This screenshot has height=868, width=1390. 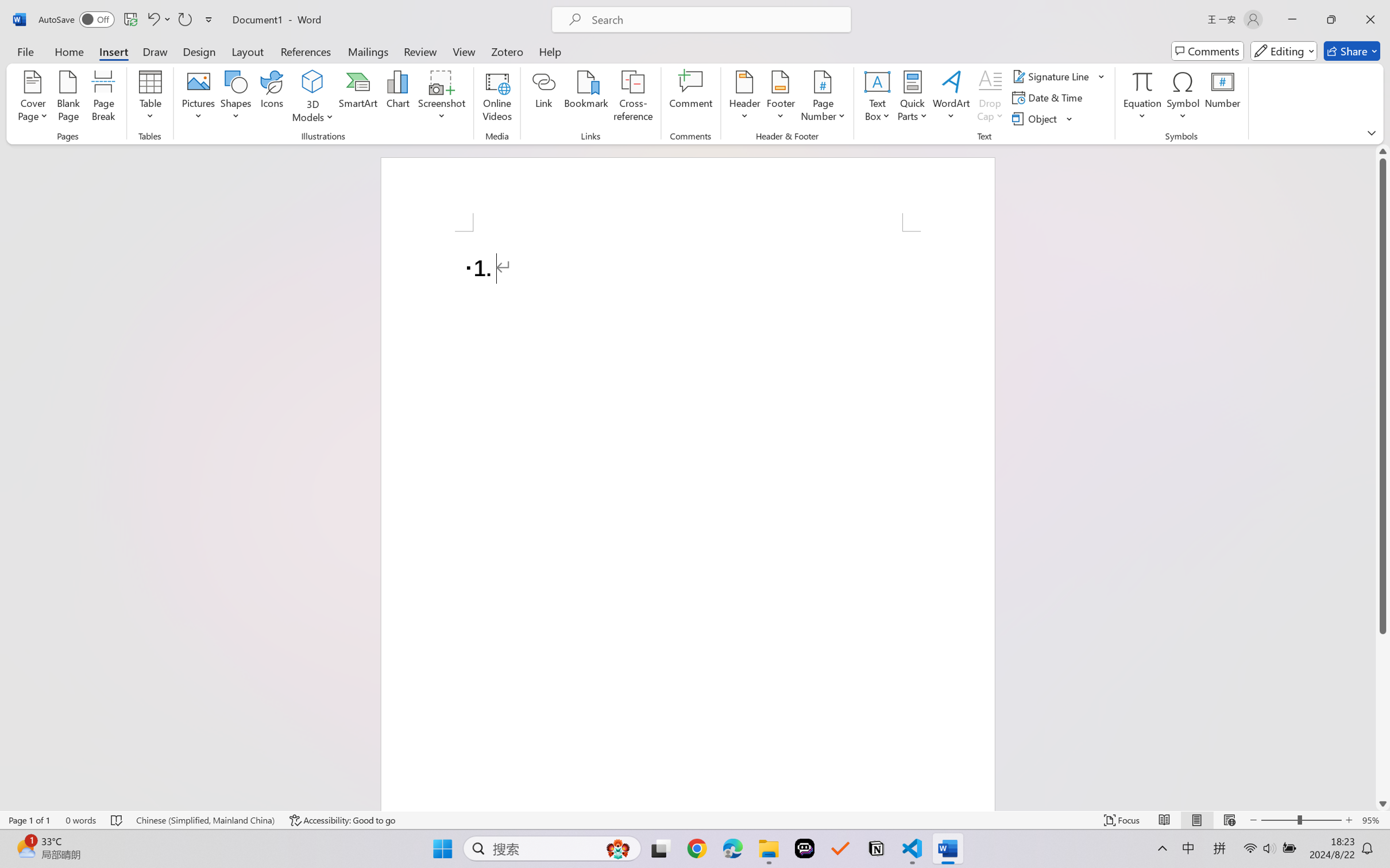 What do you see at coordinates (312, 98) in the screenshot?
I see `'3D Models'` at bounding box center [312, 98].